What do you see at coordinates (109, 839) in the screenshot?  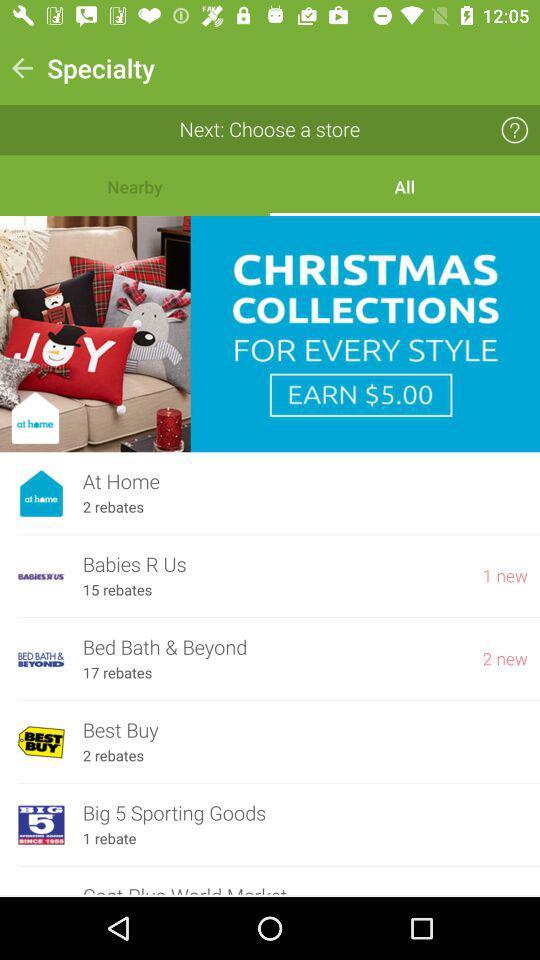 I see `1 rebate` at bounding box center [109, 839].